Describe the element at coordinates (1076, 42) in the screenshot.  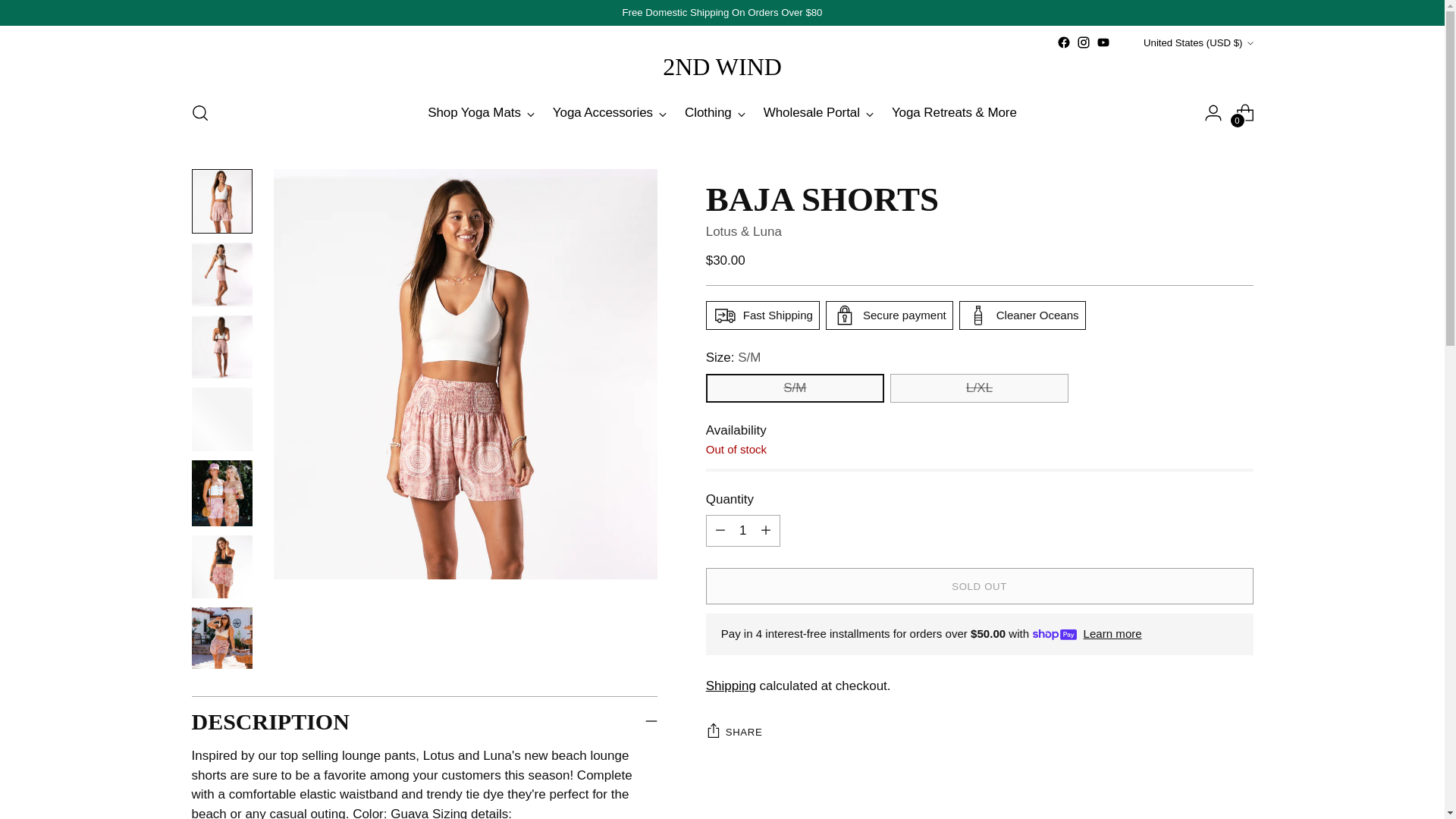
I see `'2nd Wind on Instagram'` at that location.